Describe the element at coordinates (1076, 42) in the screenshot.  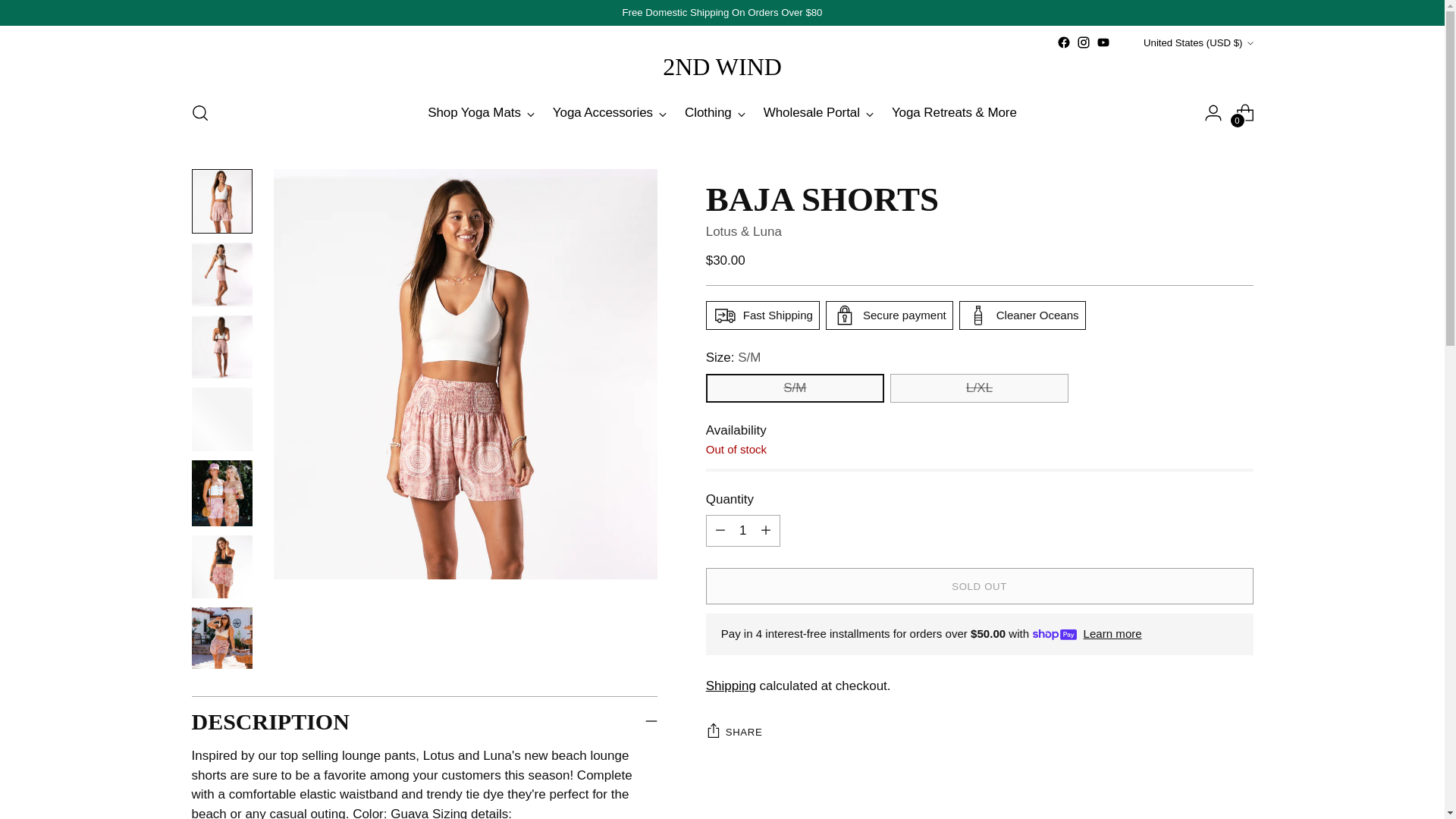
I see `'2nd Wind on Instagram'` at that location.